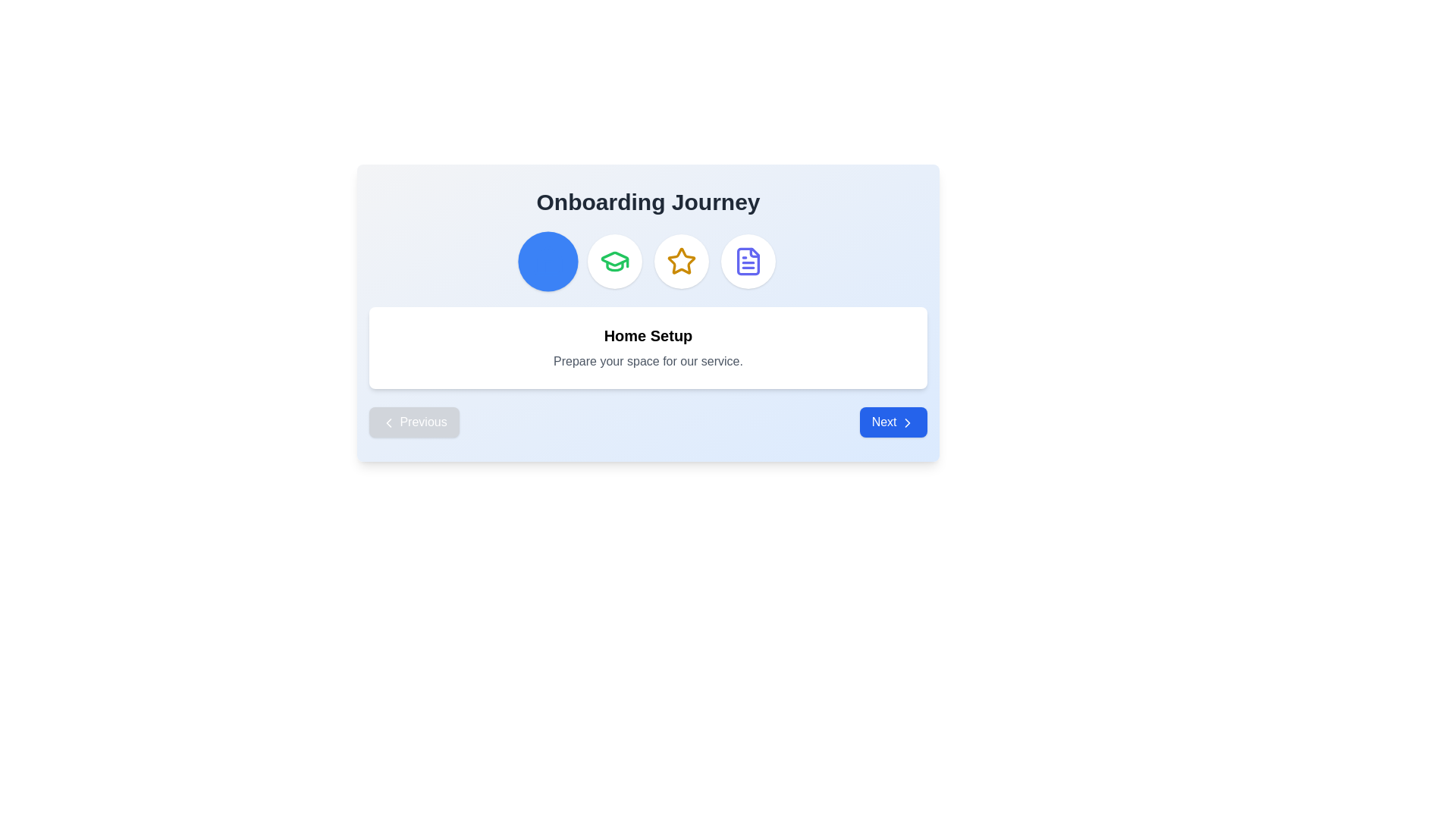  I want to click on the third star-shaped icon in a row of four icons at the upper section of the card, which is colored yellow-gold and is used for rating or selection, so click(680, 260).